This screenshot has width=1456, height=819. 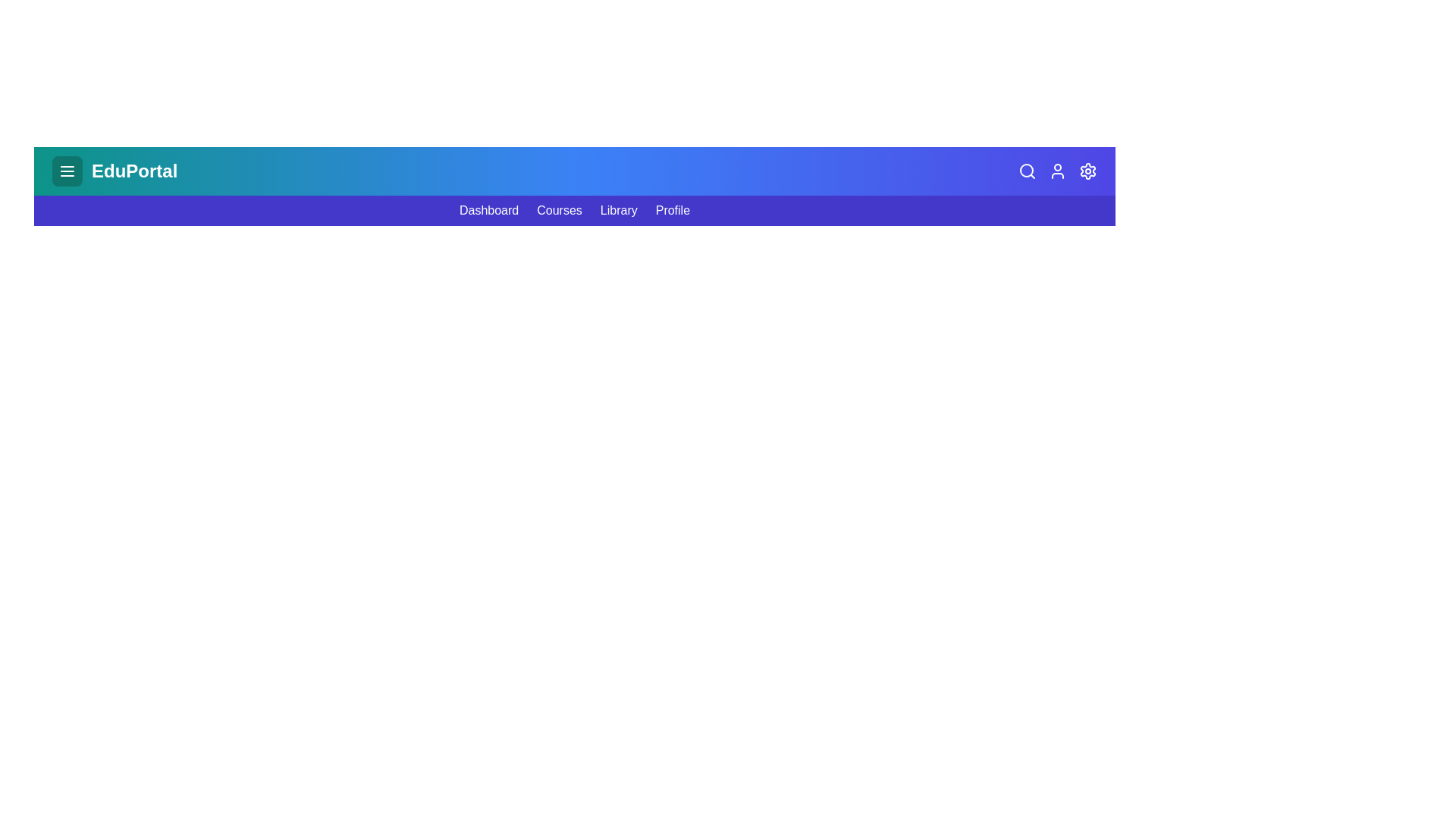 What do you see at coordinates (559, 210) in the screenshot?
I see `the navigation link Courses in the menu bar` at bounding box center [559, 210].